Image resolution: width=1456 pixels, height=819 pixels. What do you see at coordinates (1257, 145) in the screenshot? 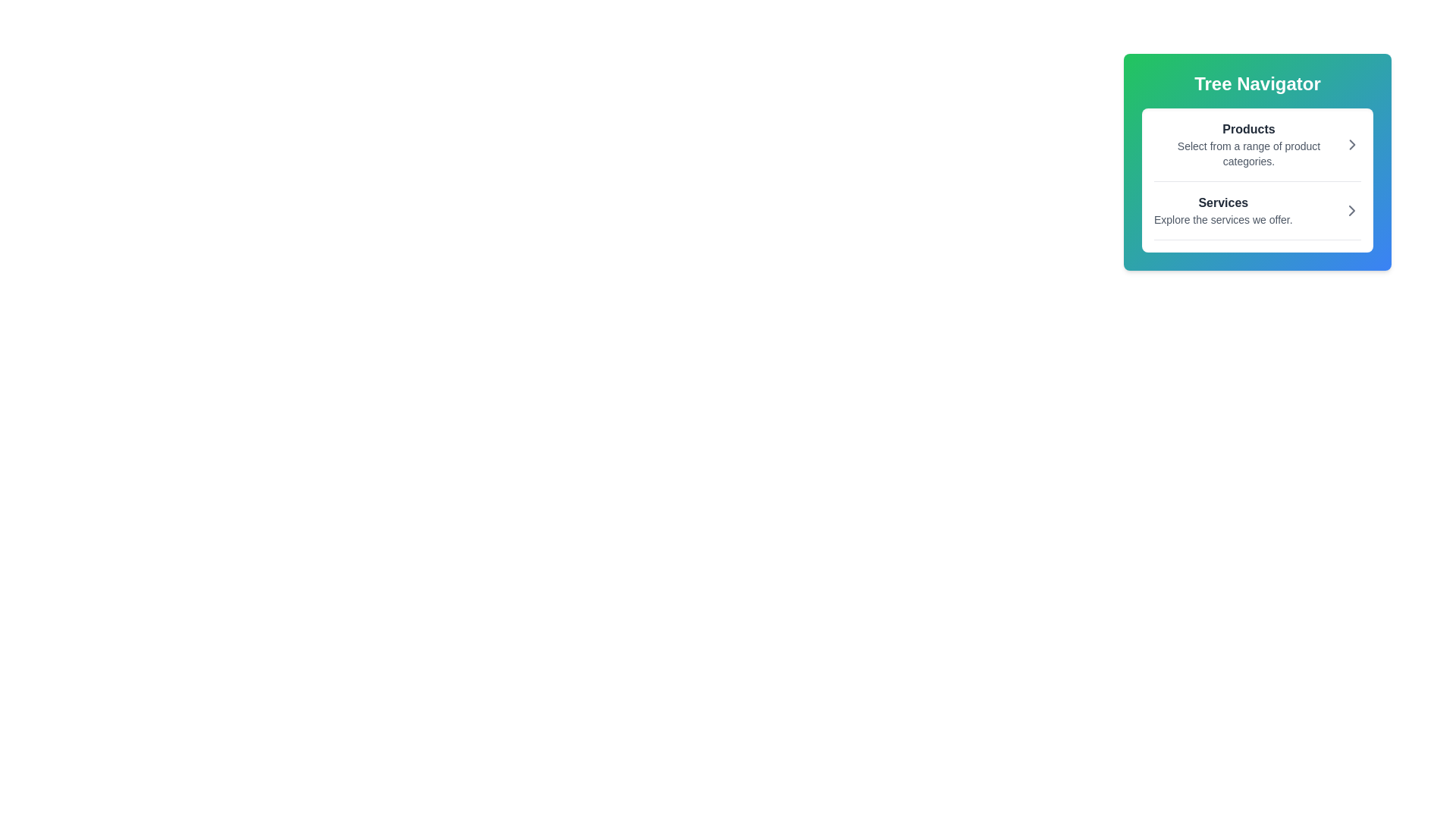
I see `the navigational link labeled 'Products' which contains a bold heading and a description` at bounding box center [1257, 145].